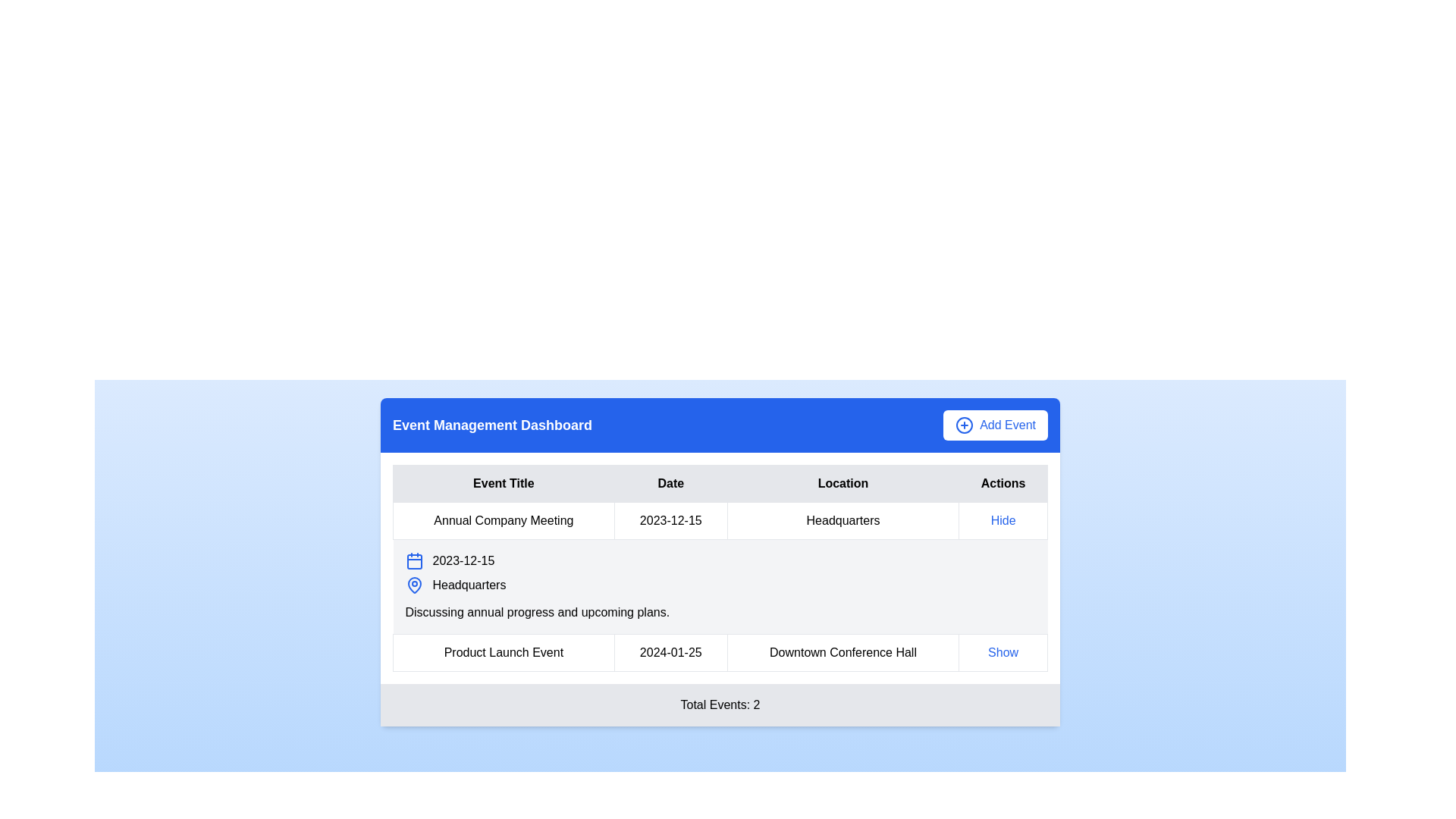 The width and height of the screenshot is (1456, 819). I want to click on the blue pin-point map marker icon located next to the text 'Headquarters', part of the event summary visual row, so click(414, 584).